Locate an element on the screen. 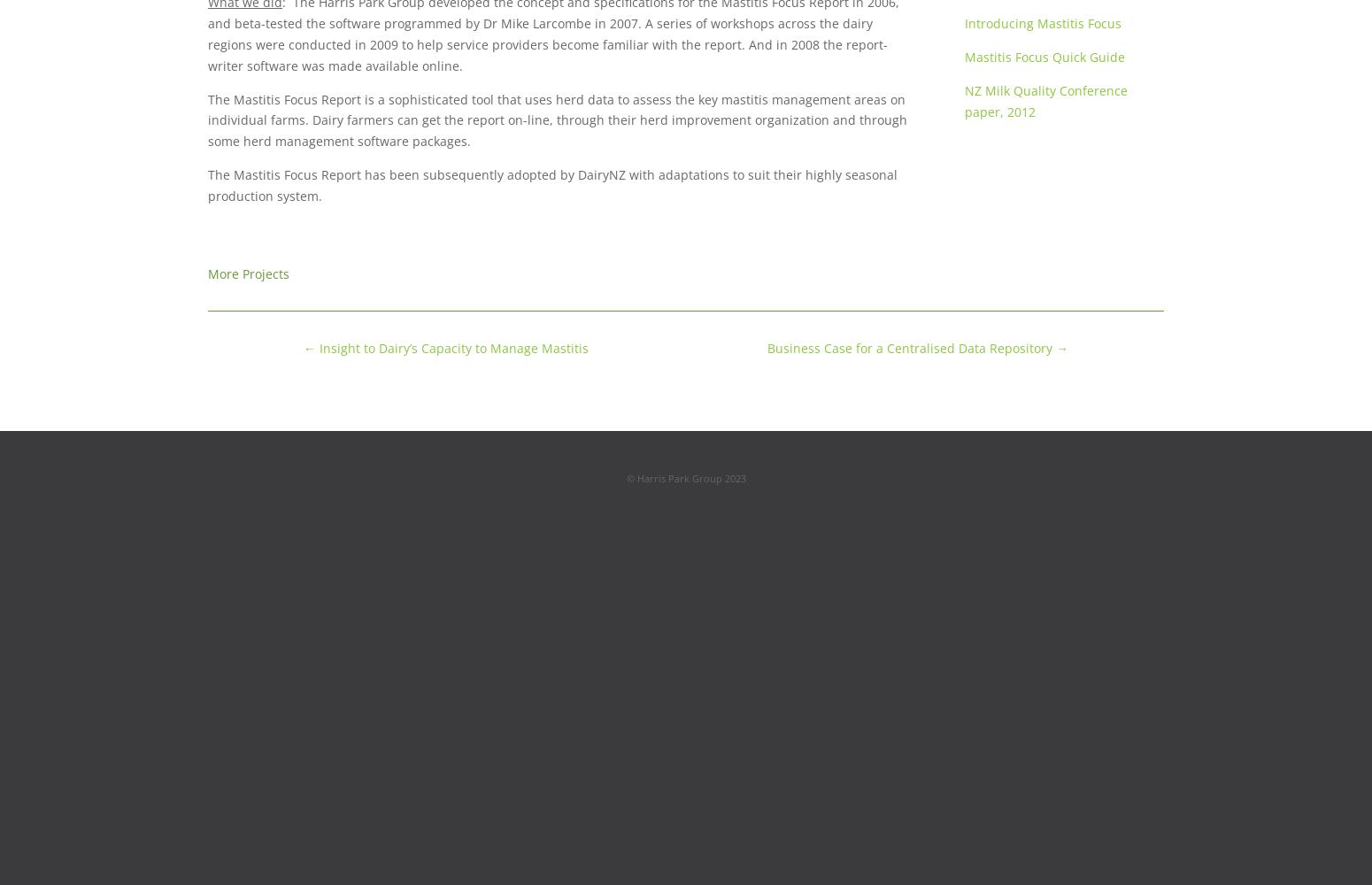 The image size is (1372, 885). 'Mastitis Focus Quick Guide' is located at coordinates (1044, 55).